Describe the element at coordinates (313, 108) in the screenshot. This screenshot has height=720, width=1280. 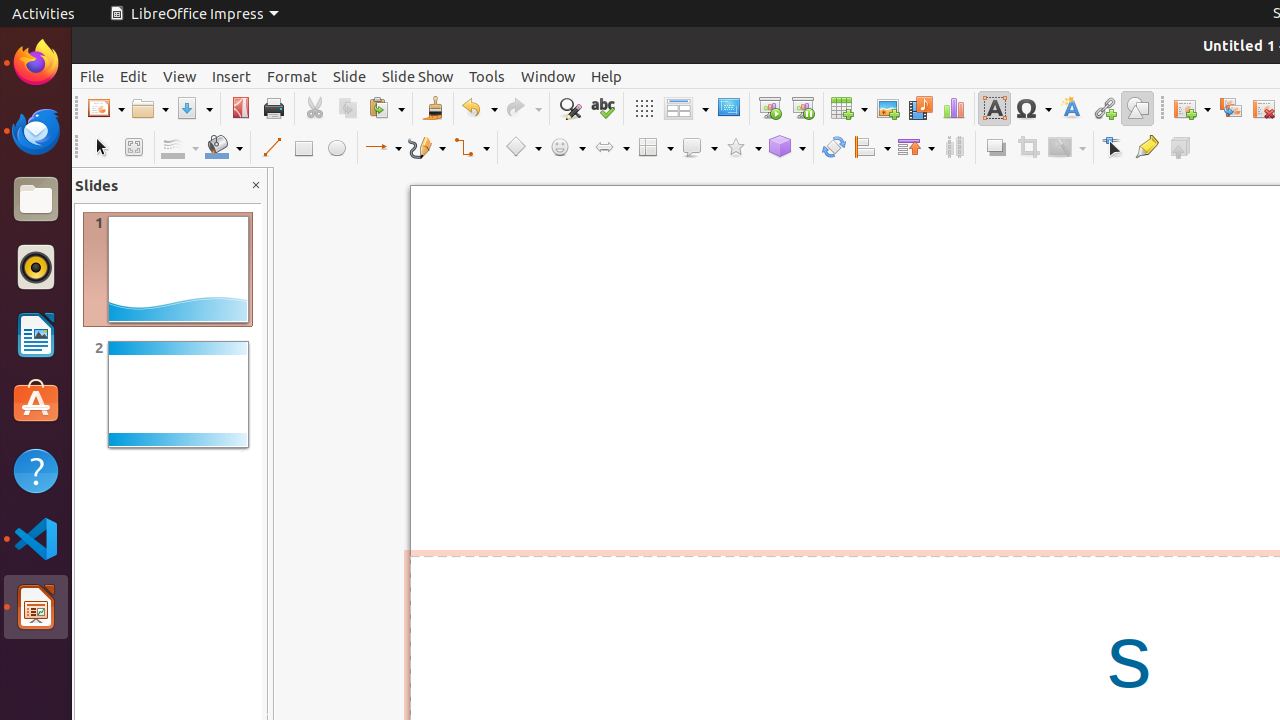
I see `'Cut'` at that location.